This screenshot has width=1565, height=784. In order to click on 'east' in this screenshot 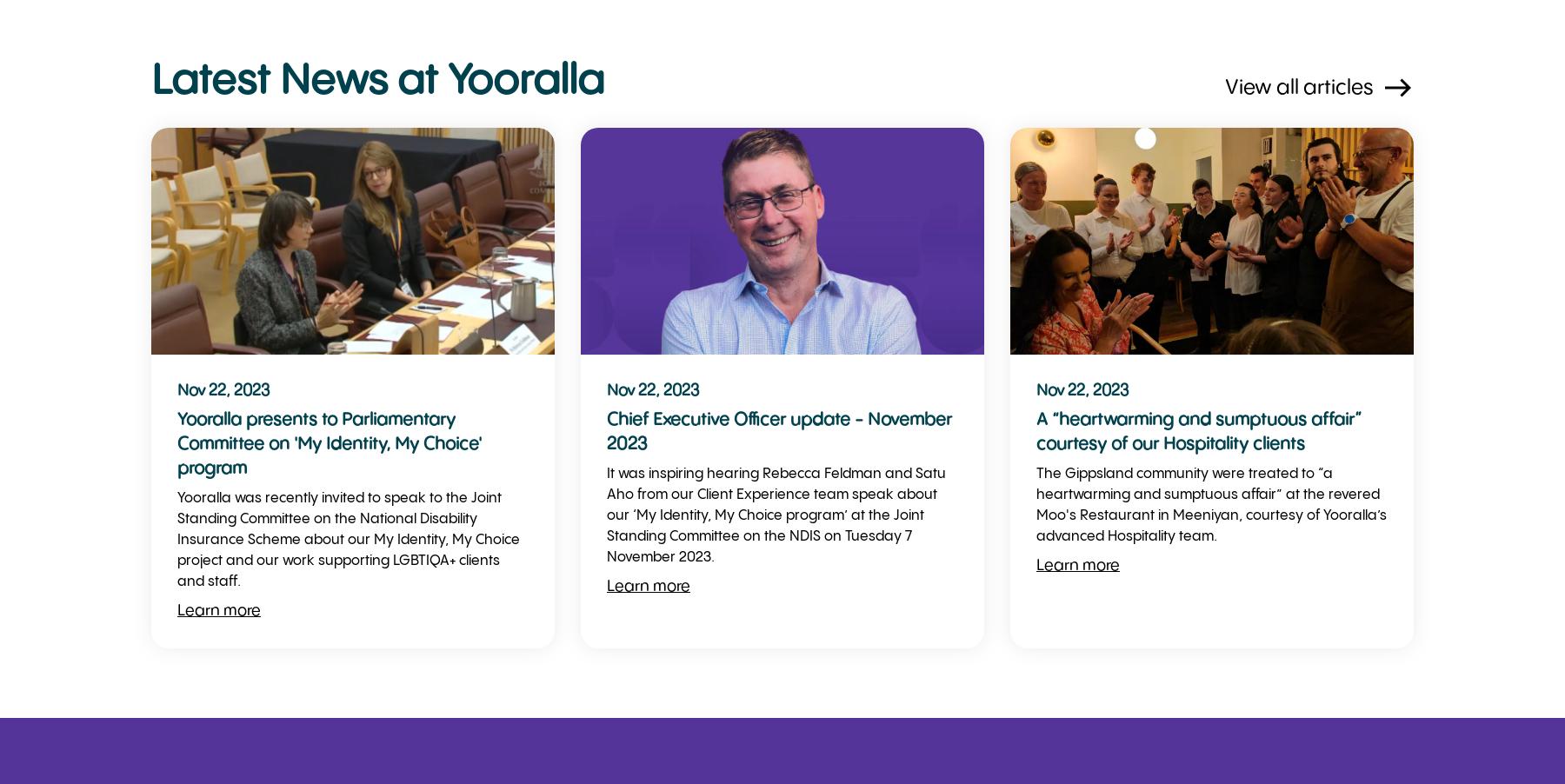, I will do `click(1381, 88)`.